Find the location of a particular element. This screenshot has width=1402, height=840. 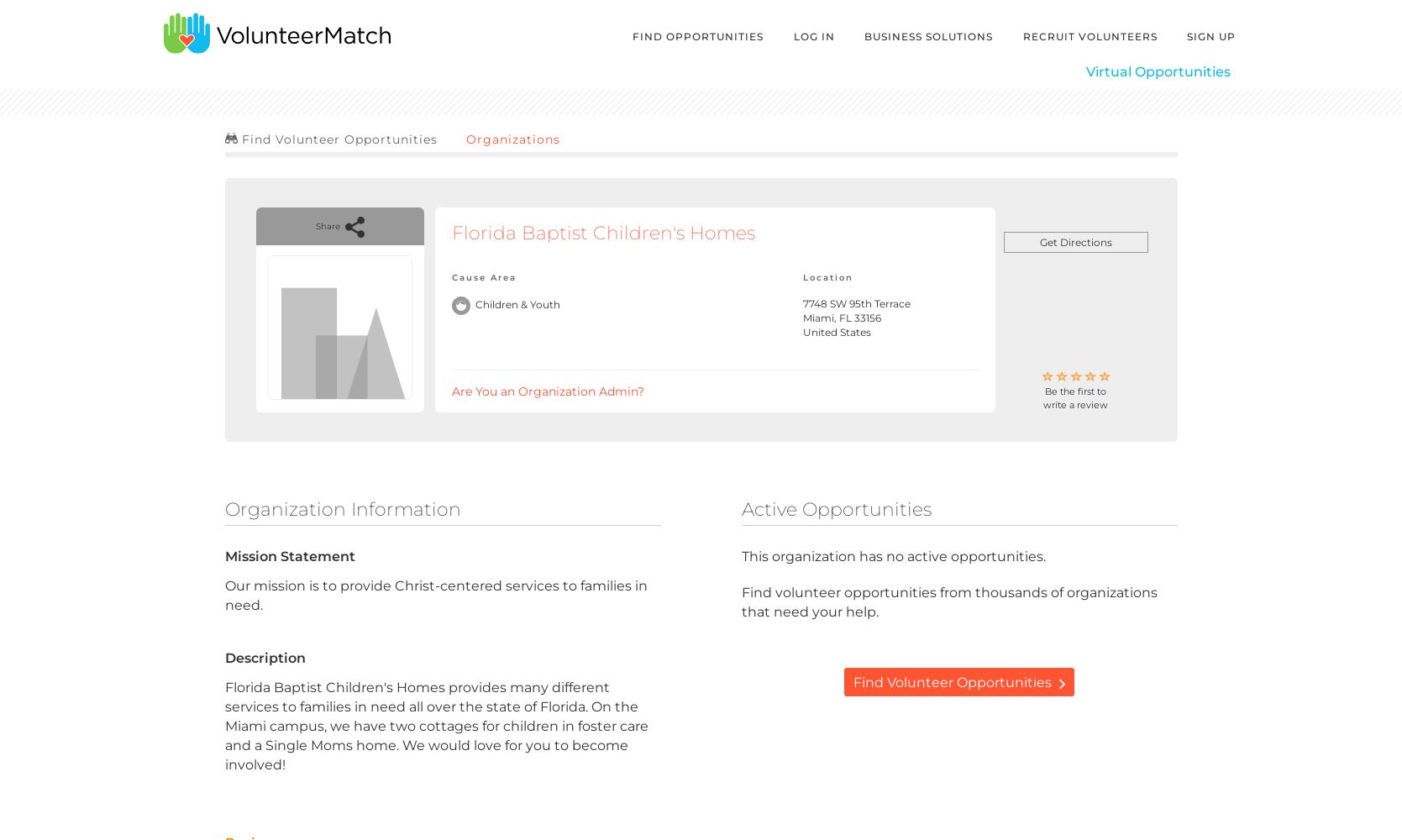

'Miami,' is located at coordinates (820, 318).